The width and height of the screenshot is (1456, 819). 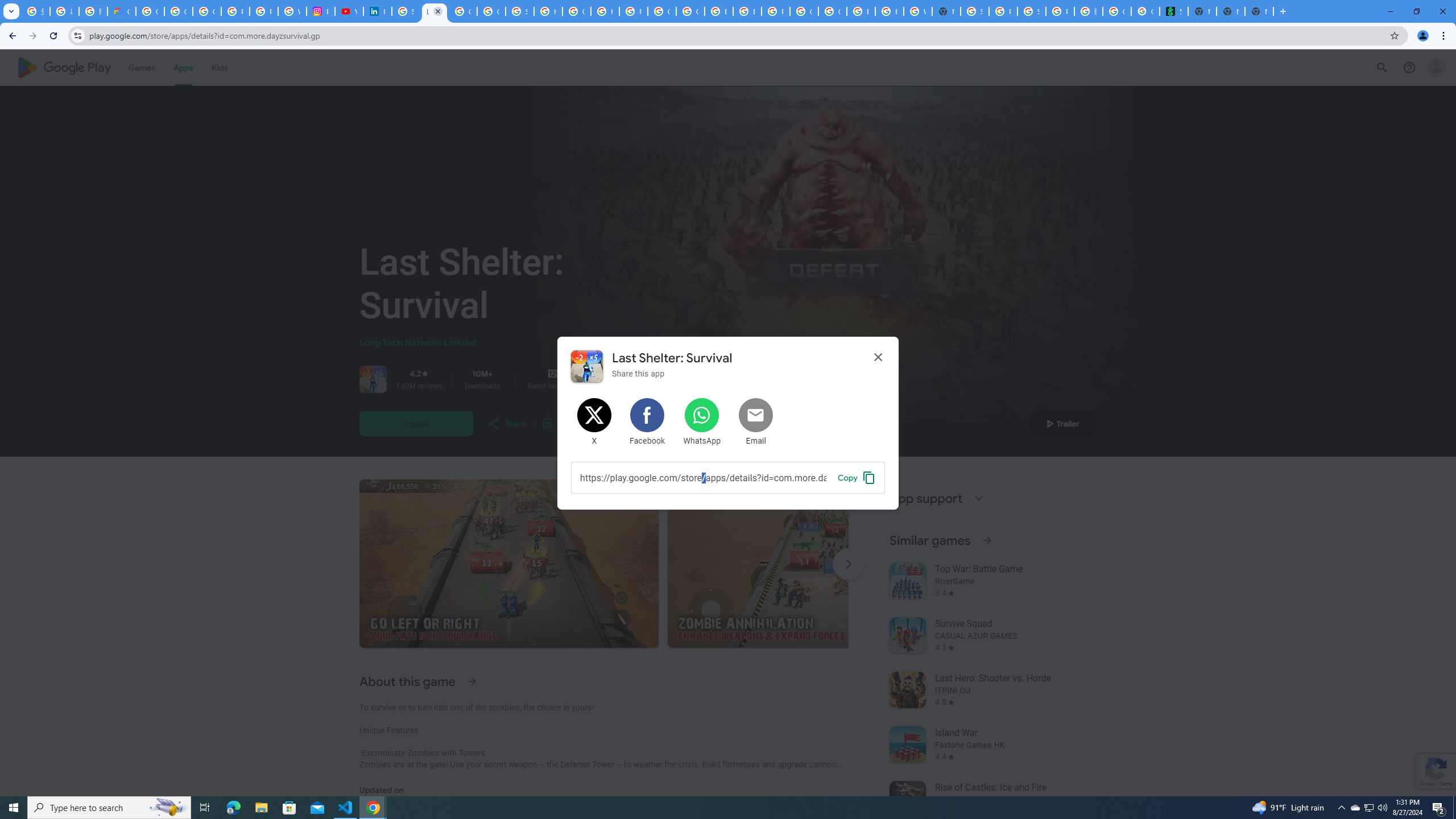 What do you see at coordinates (647, 422) in the screenshot?
I see `'Share on Facebook'` at bounding box center [647, 422].